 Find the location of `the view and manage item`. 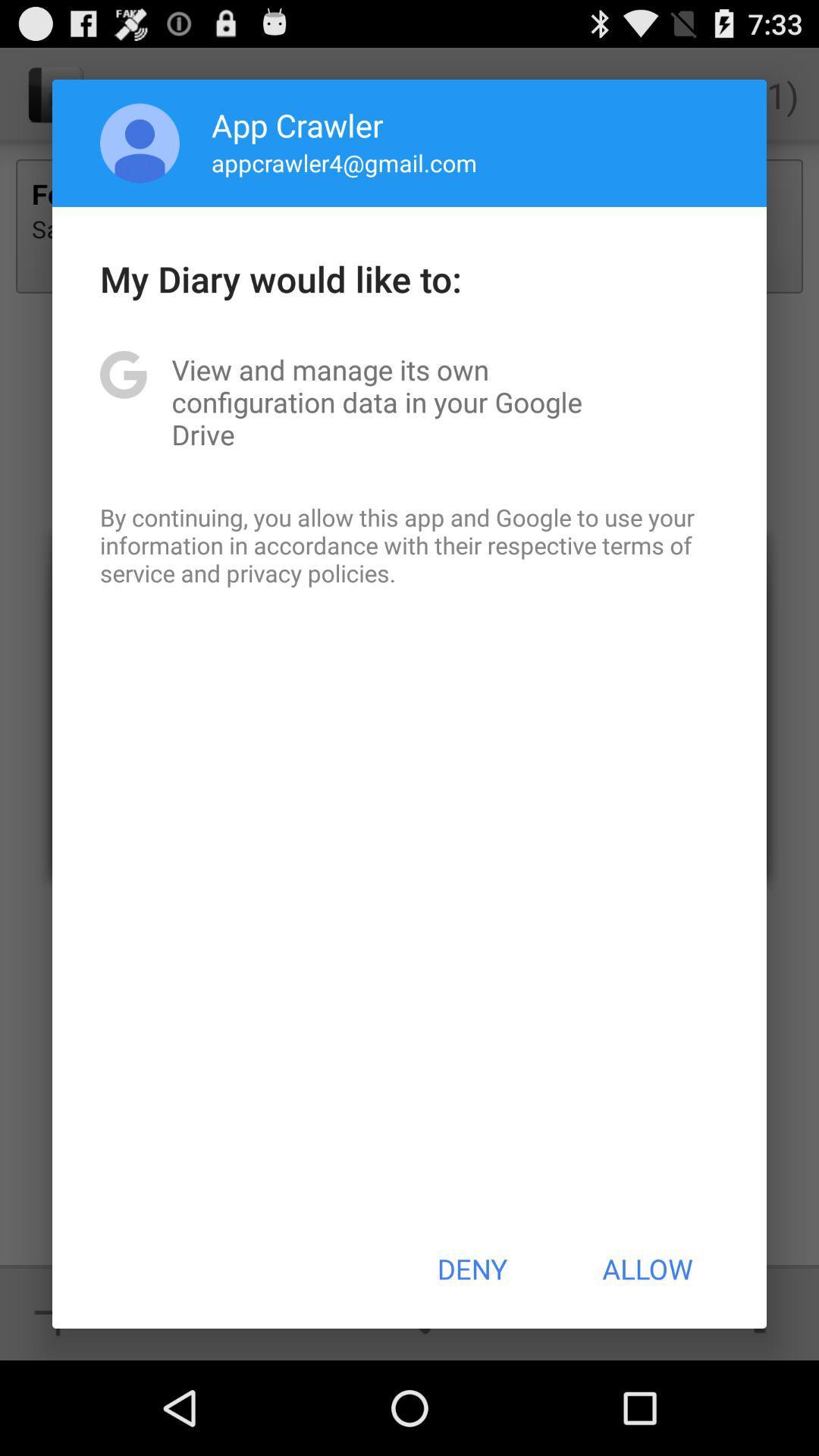

the view and manage item is located at coordinates (409, 402).